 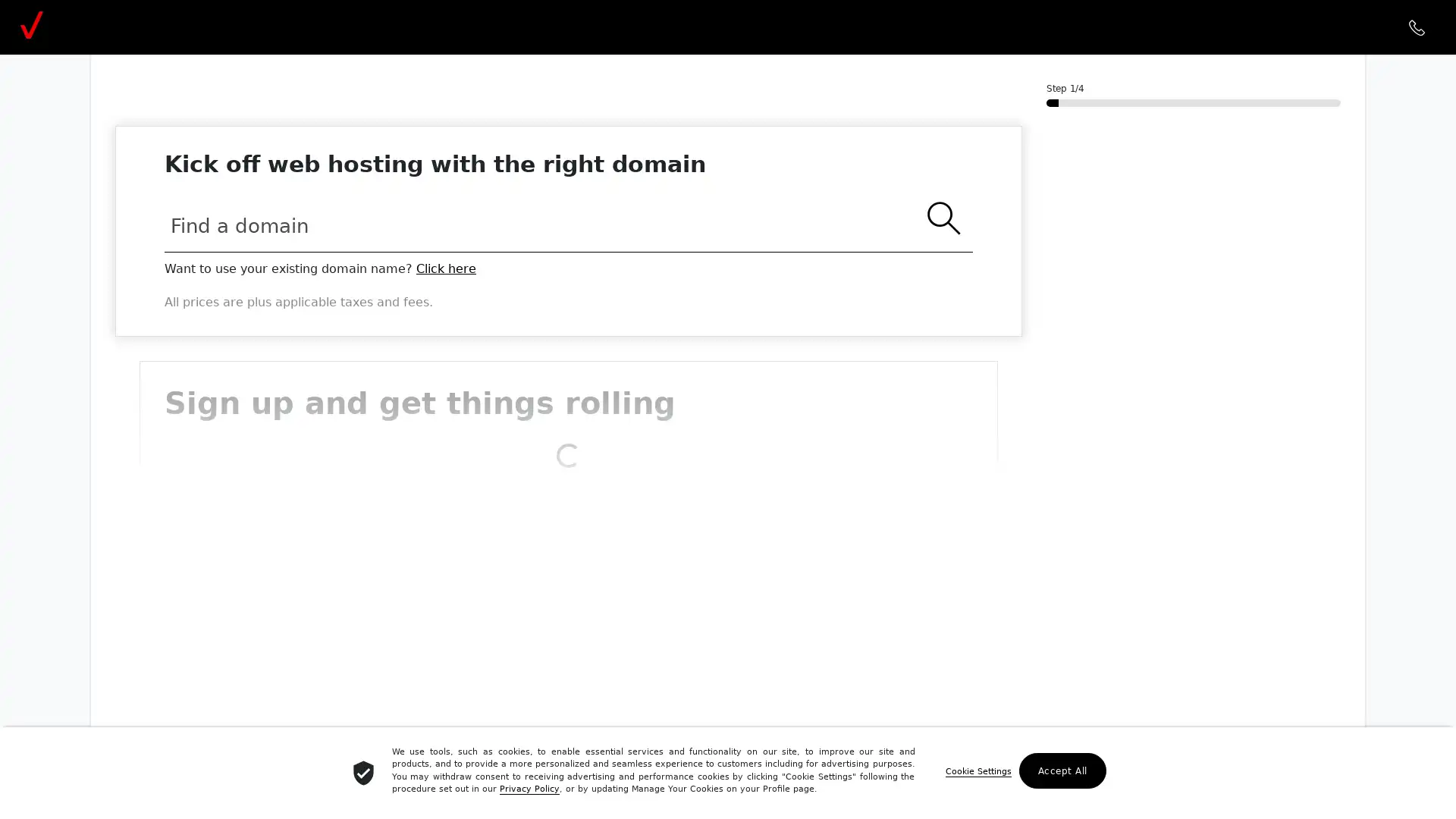 I want to click on search, so click(x=943, y=218).